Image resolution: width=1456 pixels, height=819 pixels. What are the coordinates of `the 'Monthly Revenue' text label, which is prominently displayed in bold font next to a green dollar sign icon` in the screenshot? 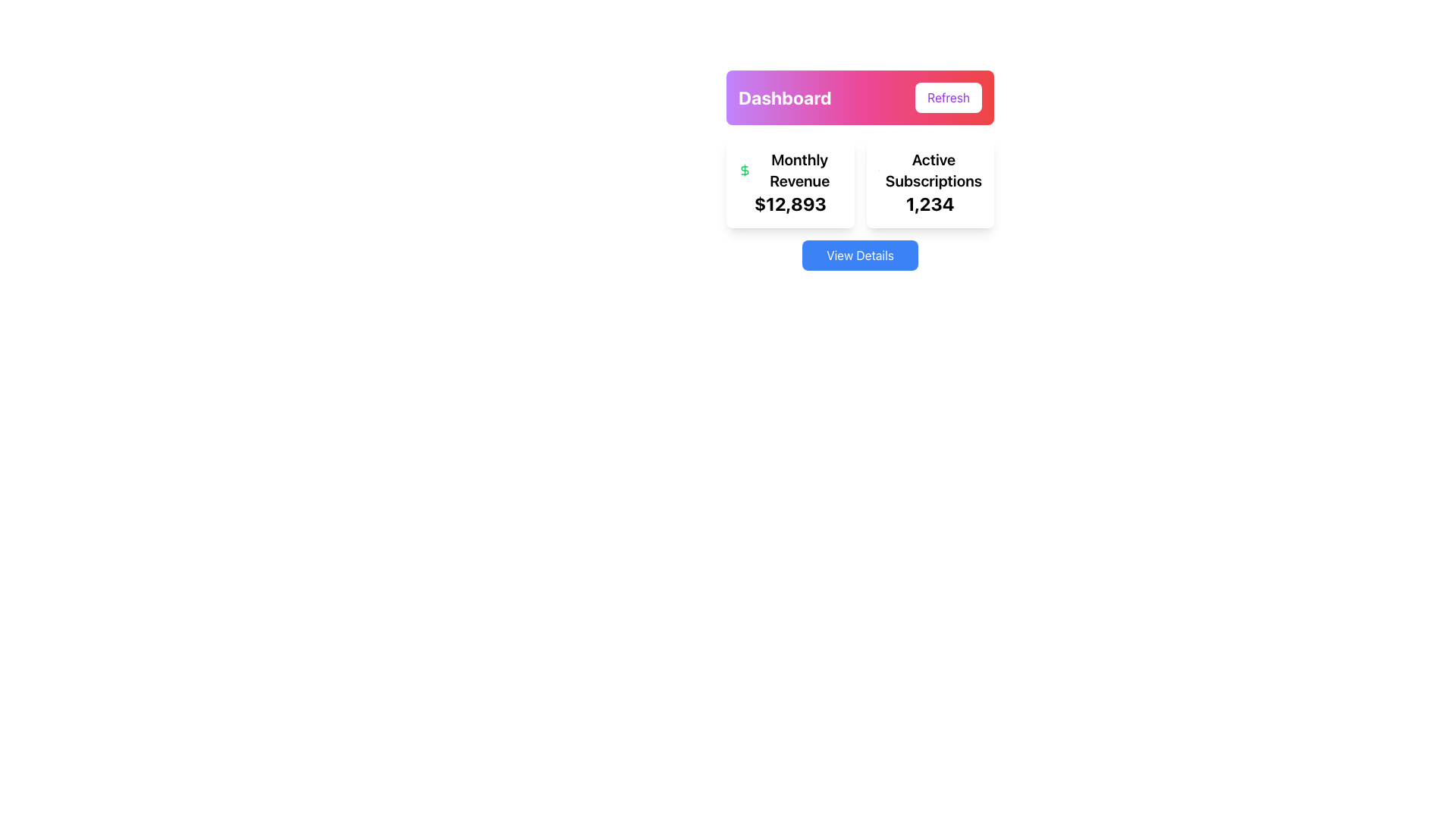 It's located at (789, 170).